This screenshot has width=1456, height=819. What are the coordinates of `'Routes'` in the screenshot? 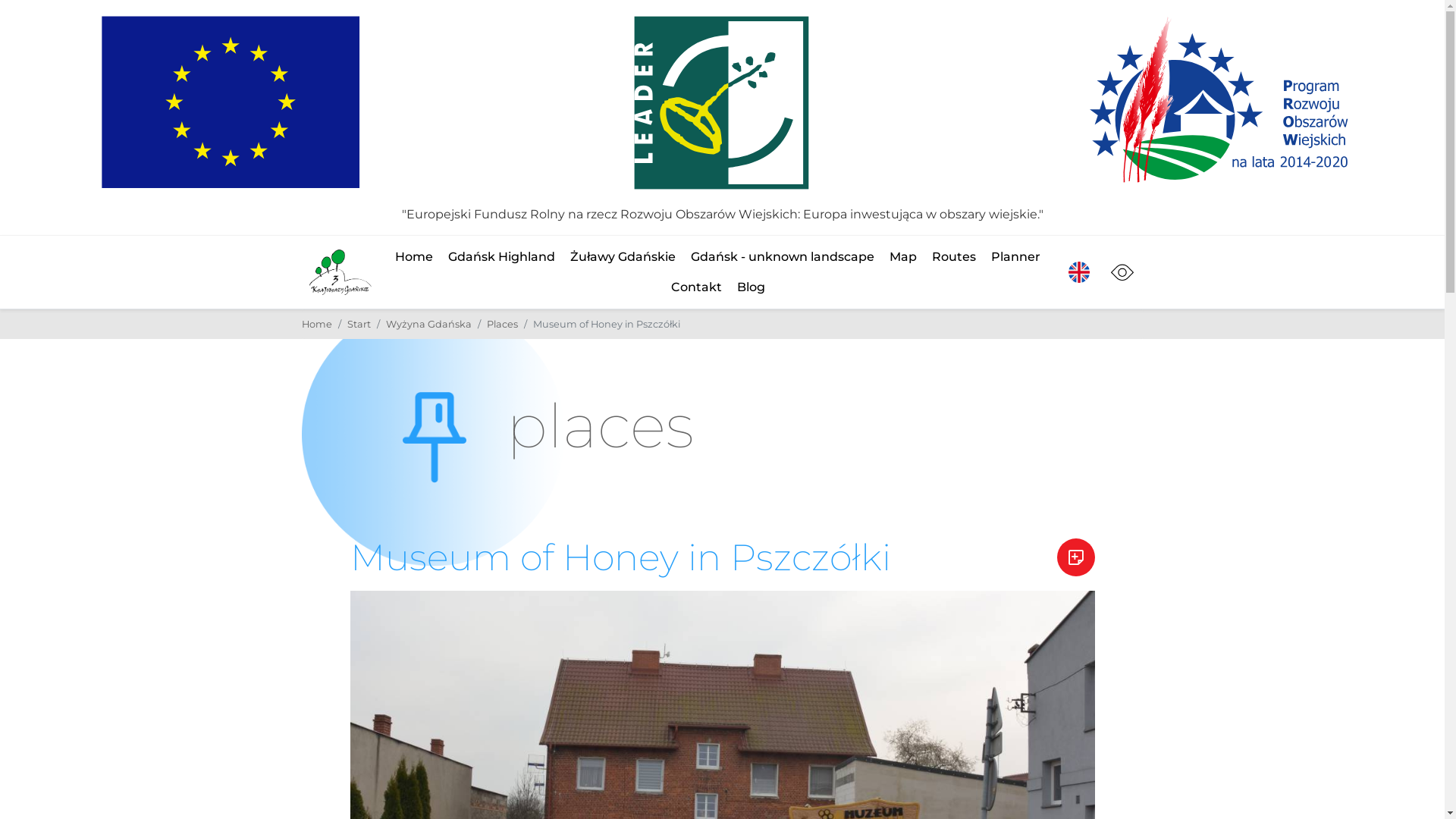 It's located at (930, 256).